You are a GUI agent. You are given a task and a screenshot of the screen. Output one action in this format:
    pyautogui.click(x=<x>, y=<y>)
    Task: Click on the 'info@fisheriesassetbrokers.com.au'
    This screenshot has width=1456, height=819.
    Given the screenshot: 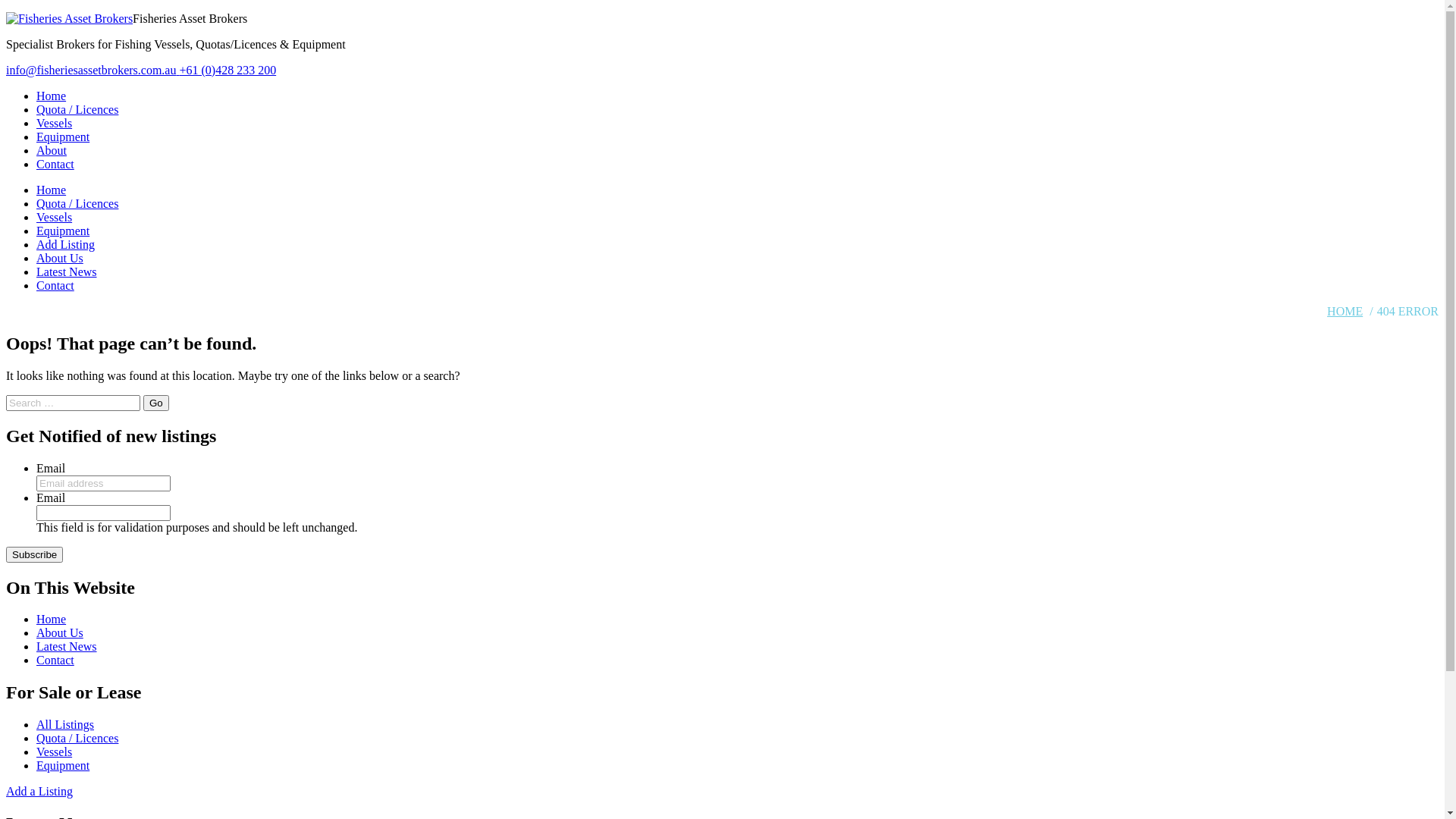 What is the action you would take?
    pyautogui.click(x=90, y=70)
    